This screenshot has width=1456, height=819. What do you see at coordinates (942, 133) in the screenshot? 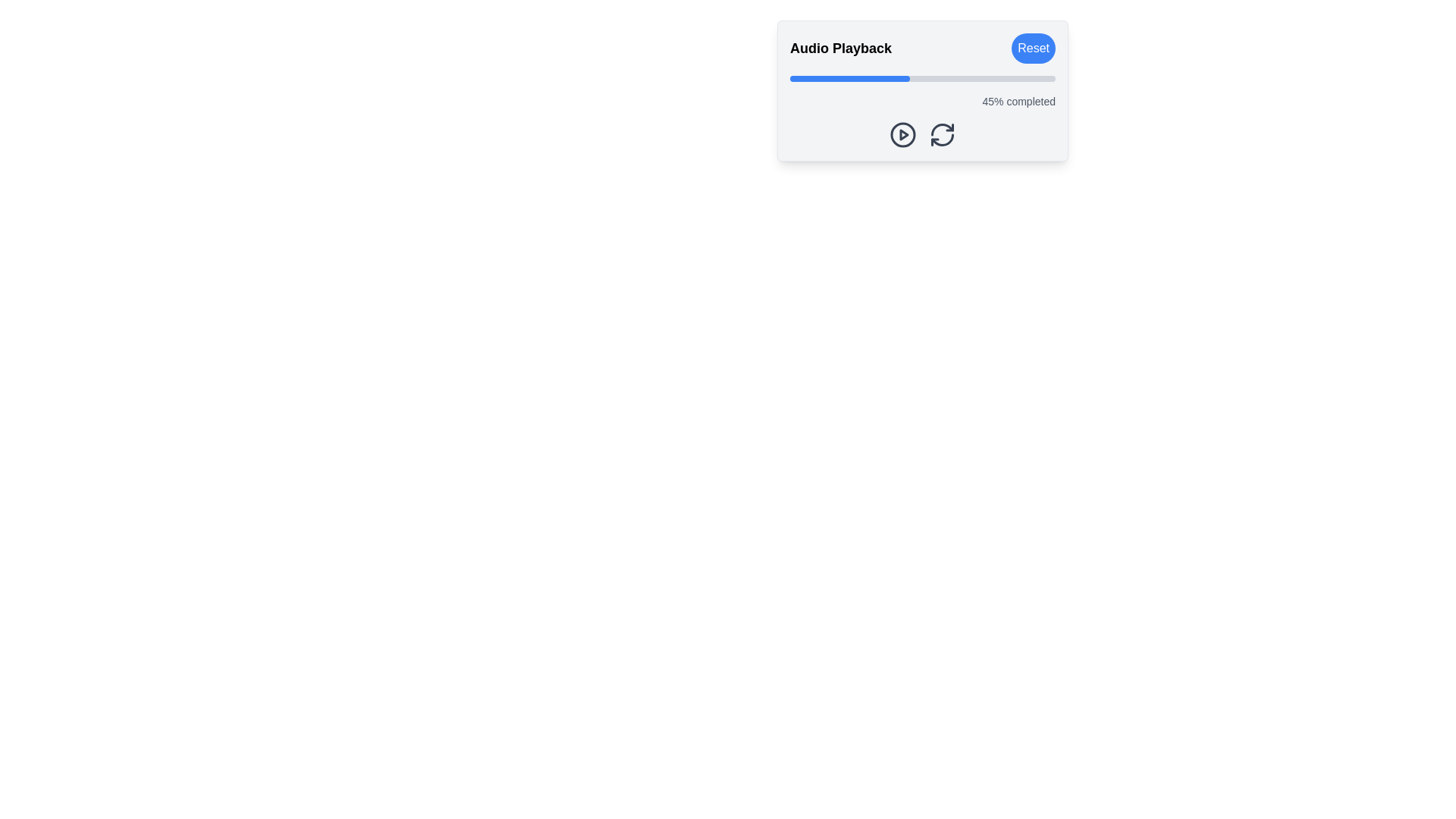
I see `the refresh button, which is represented by two arrows forming a circular pattern and changes color from gray to green when hovered over` at bounding box center [942, 133].